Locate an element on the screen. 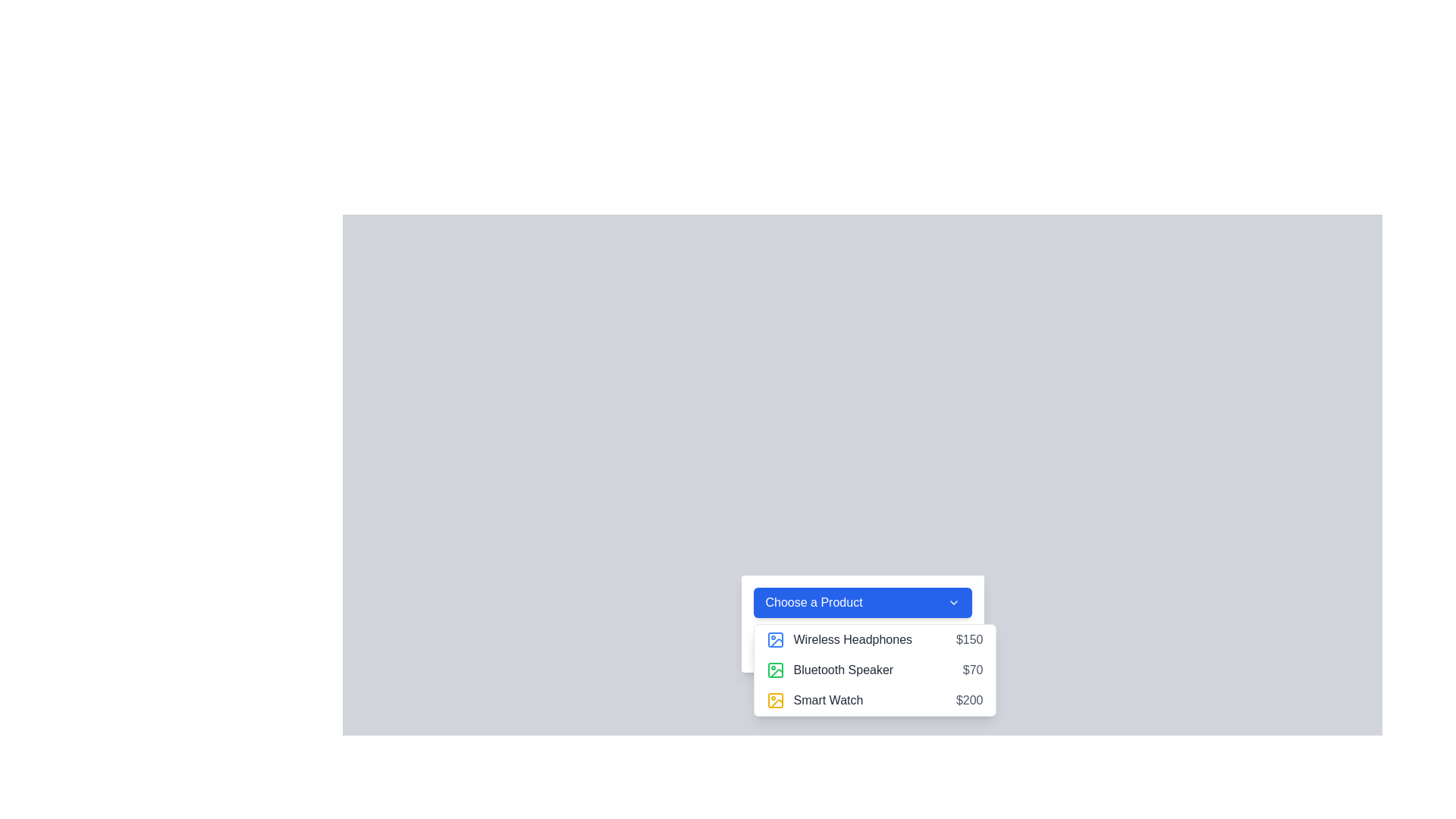 Image resolution: width=1456 pixels, height=819 pixels. the 'Bluetooth Speaker' option in the product selection dropdown list is located at coordinates (829, 669).